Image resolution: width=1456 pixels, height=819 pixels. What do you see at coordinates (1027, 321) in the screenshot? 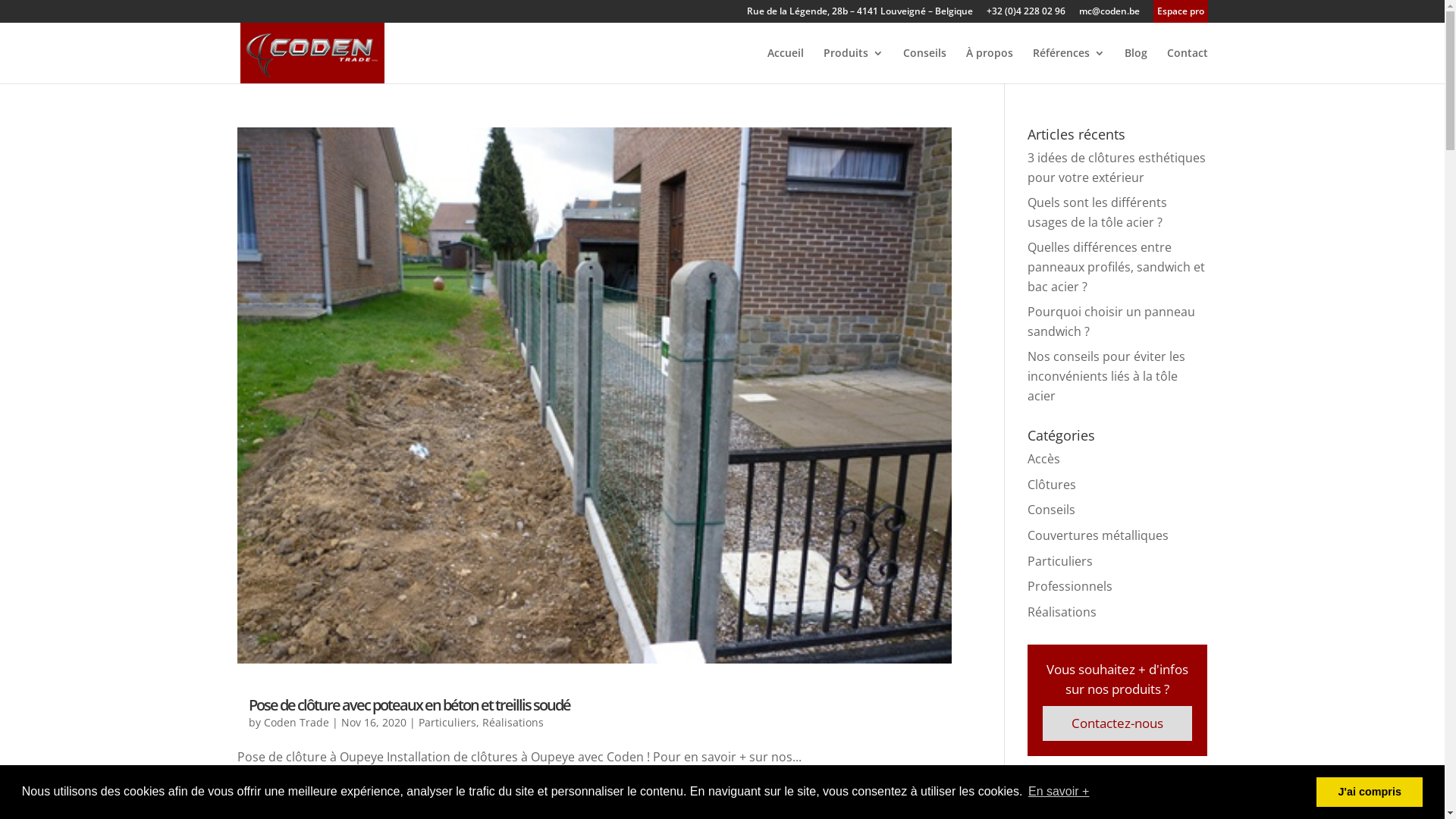
I see `'Pourquoi choisir un panneau sandwich ?'` at bounding box center [1027, 321].